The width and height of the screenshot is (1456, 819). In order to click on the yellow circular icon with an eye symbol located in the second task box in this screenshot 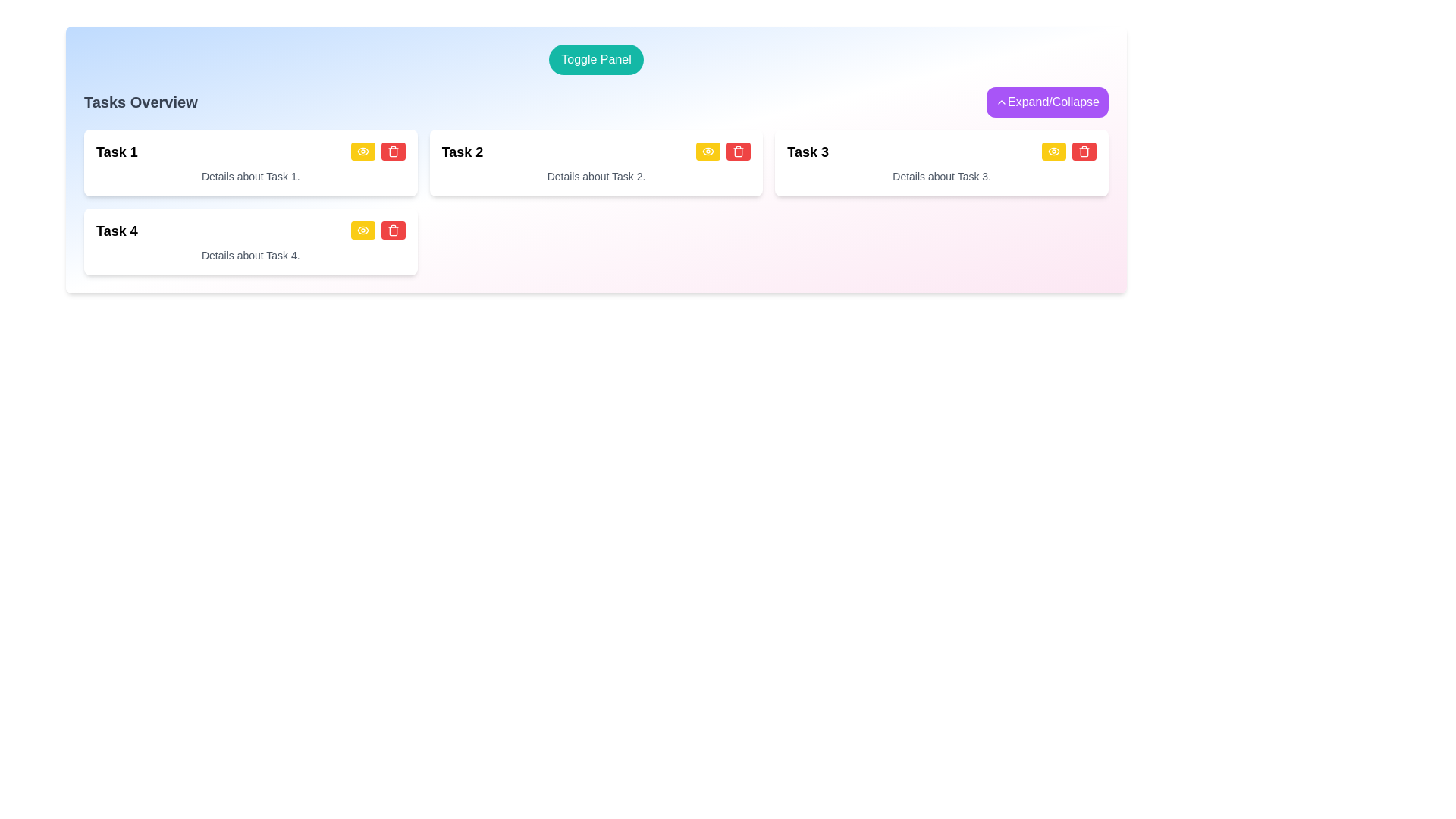, I will do `click(708, 151)`.